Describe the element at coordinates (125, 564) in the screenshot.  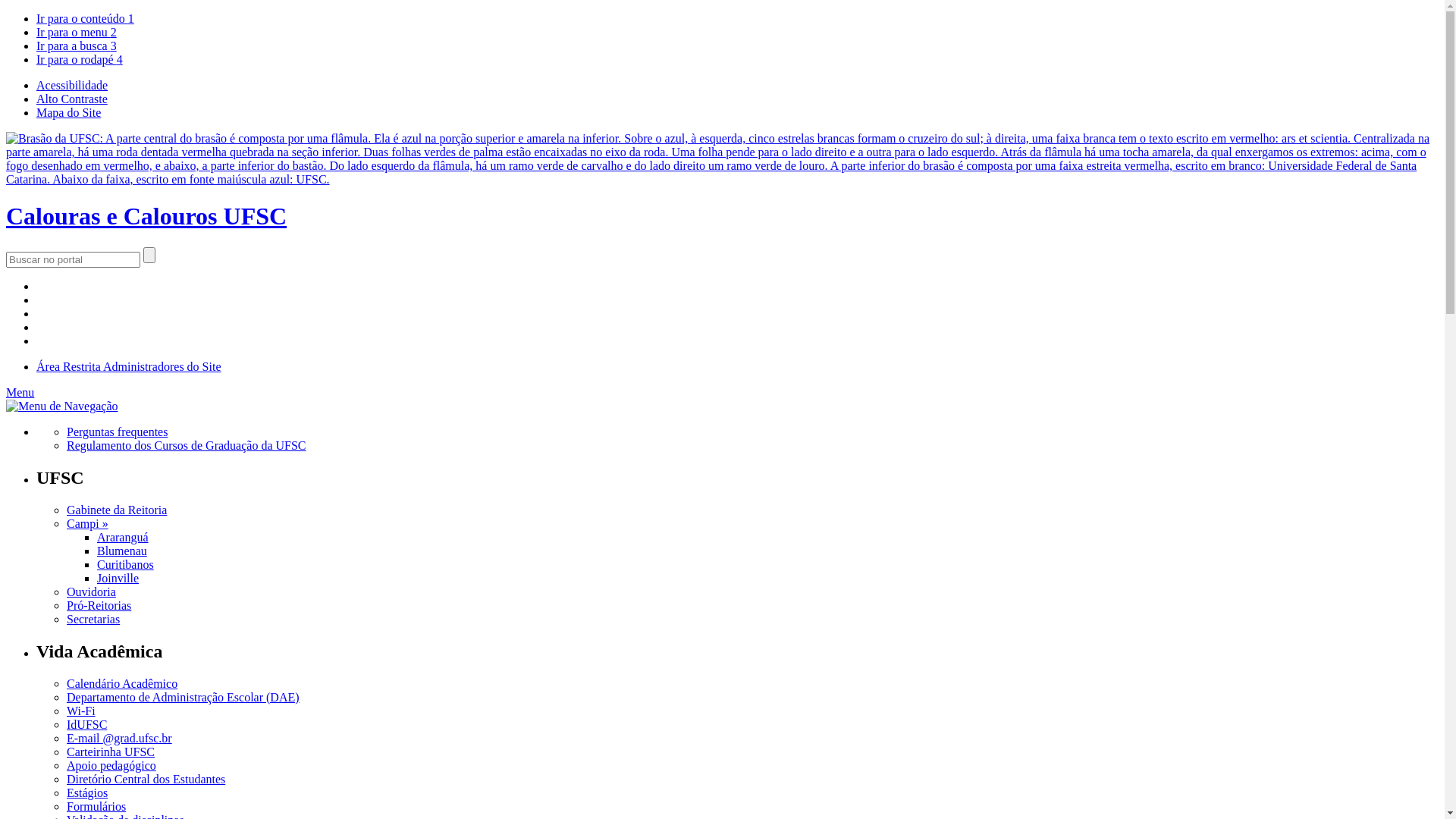
I see `'Curitibanos'` at that location.